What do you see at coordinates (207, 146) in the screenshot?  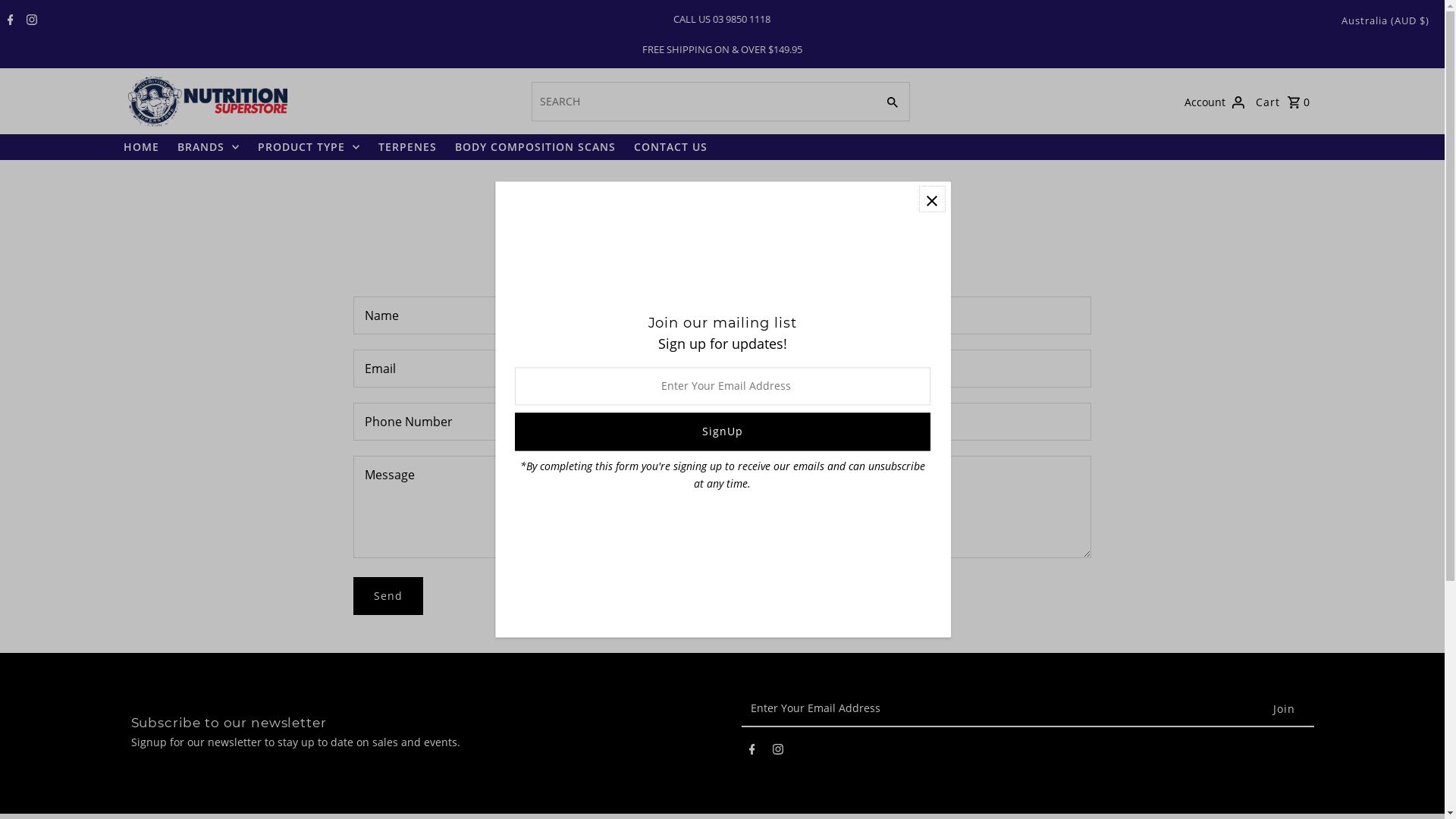 I see `'BRANDS'` at bounding box center [207, 146].